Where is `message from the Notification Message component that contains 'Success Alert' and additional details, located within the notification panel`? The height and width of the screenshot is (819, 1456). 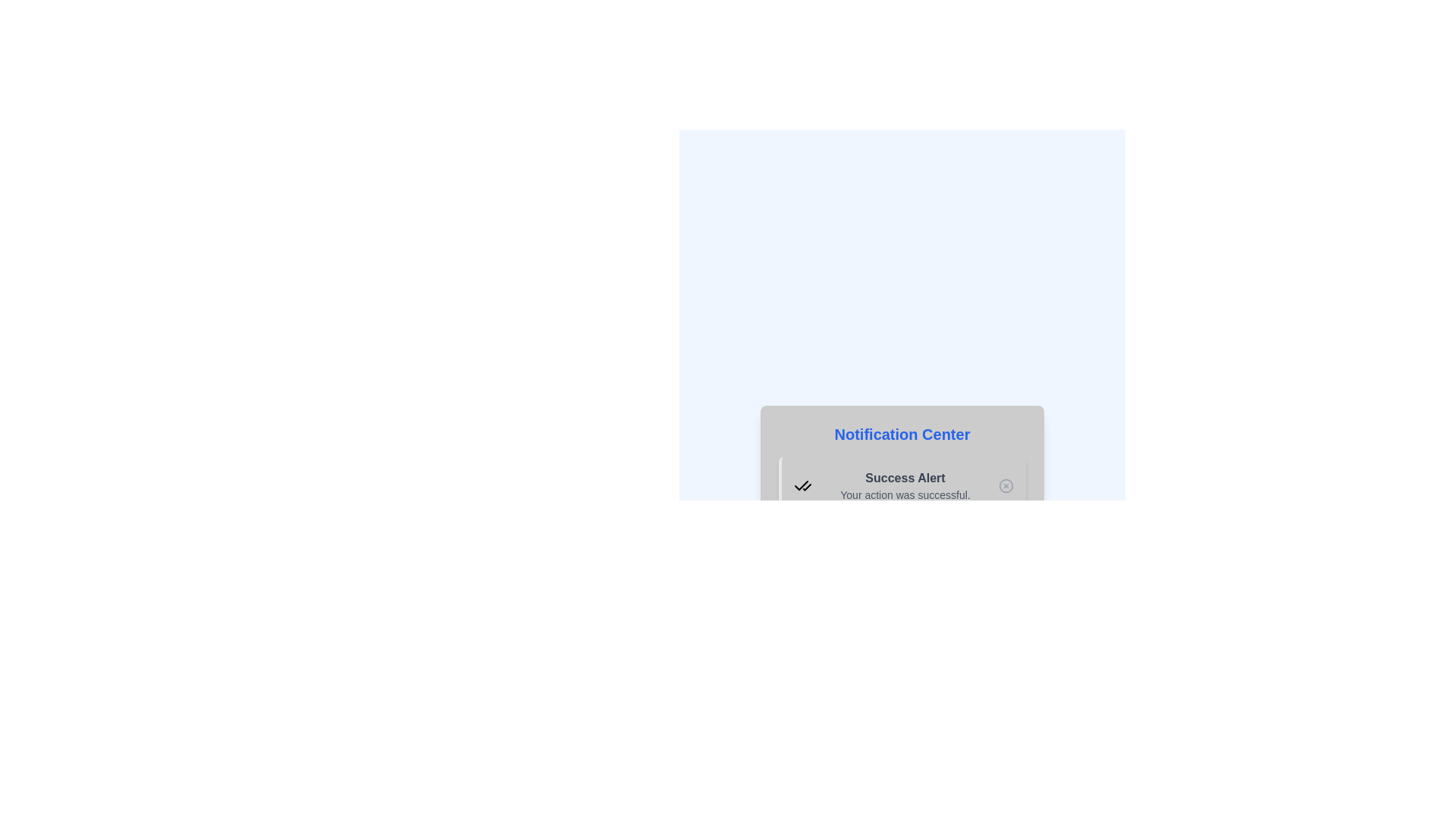 message from the Notification Message component that contains 'Success Alert' and additional details, located within the notification panel is located at coordinates (905, 485).